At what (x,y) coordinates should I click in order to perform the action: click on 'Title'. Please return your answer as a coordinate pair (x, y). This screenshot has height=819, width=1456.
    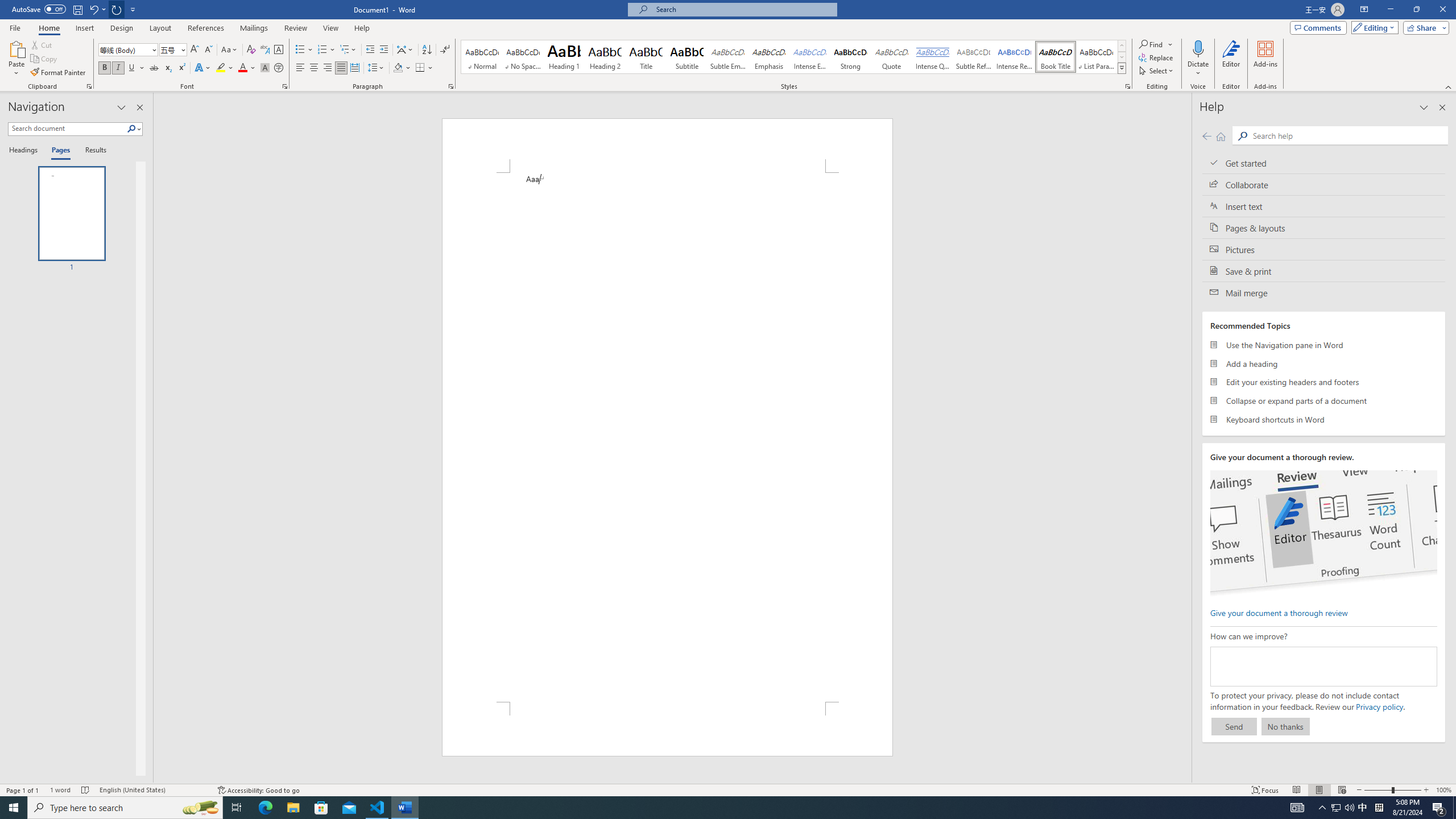
    Looking at the image, I should click on (646, 56).